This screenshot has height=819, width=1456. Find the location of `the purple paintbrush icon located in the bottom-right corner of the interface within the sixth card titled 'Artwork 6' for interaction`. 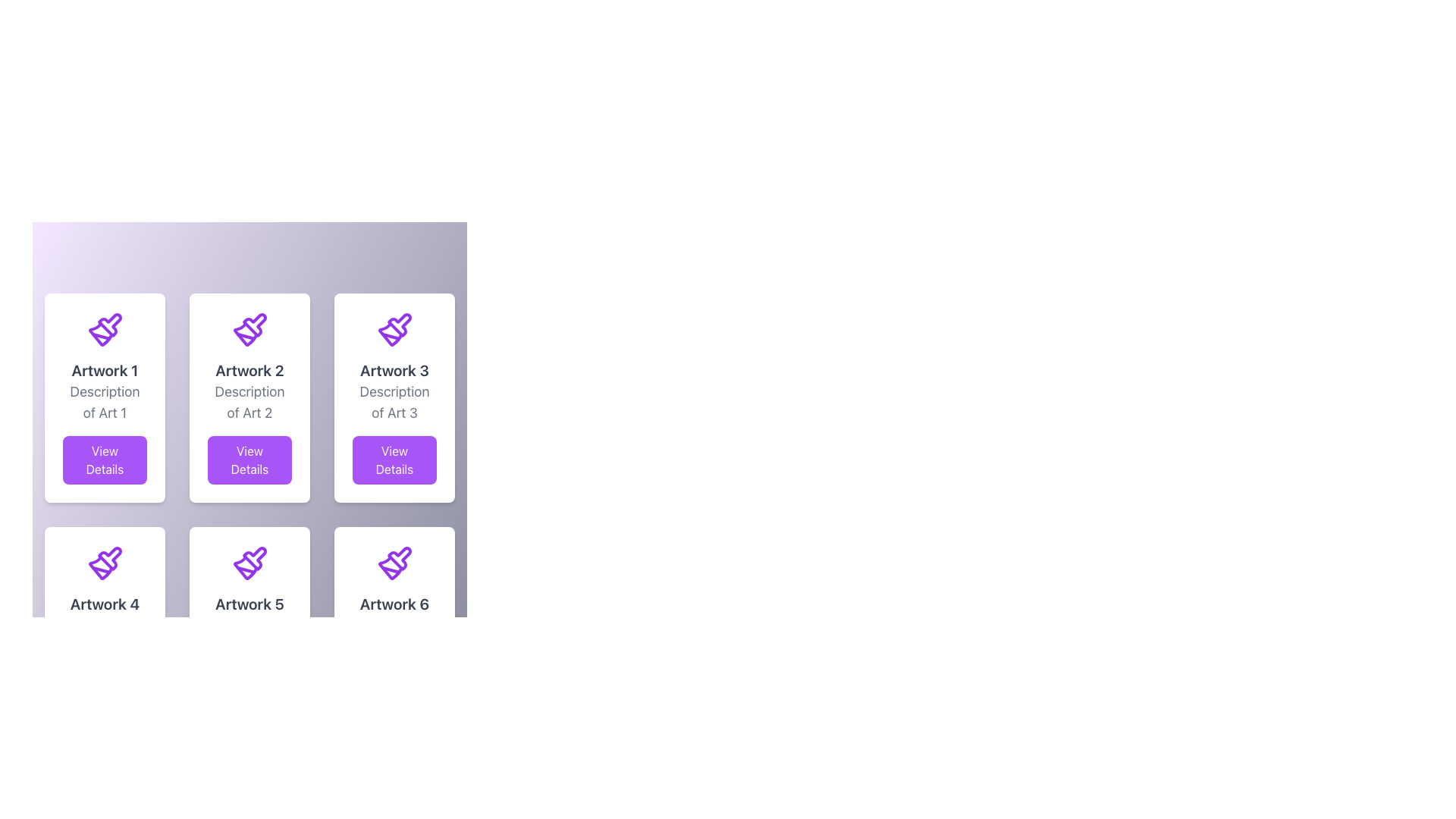

the purple paintbrush icon located in the bottom-right corner of the interface within the sixth card titled 'Artwork 6' for interaction is located at coordinates (389, 567).